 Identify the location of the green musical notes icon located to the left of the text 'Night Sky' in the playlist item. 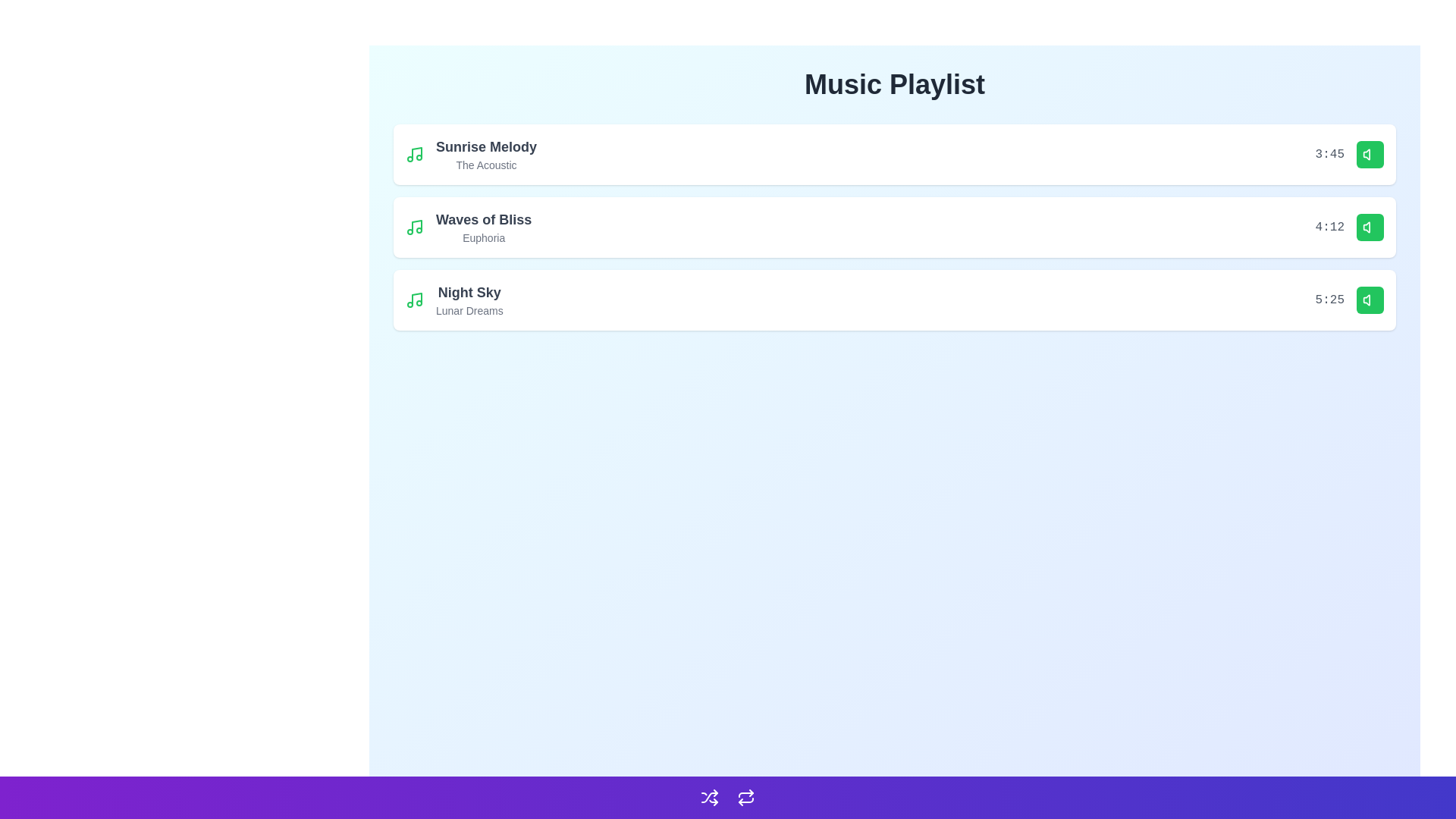
(415, 300).